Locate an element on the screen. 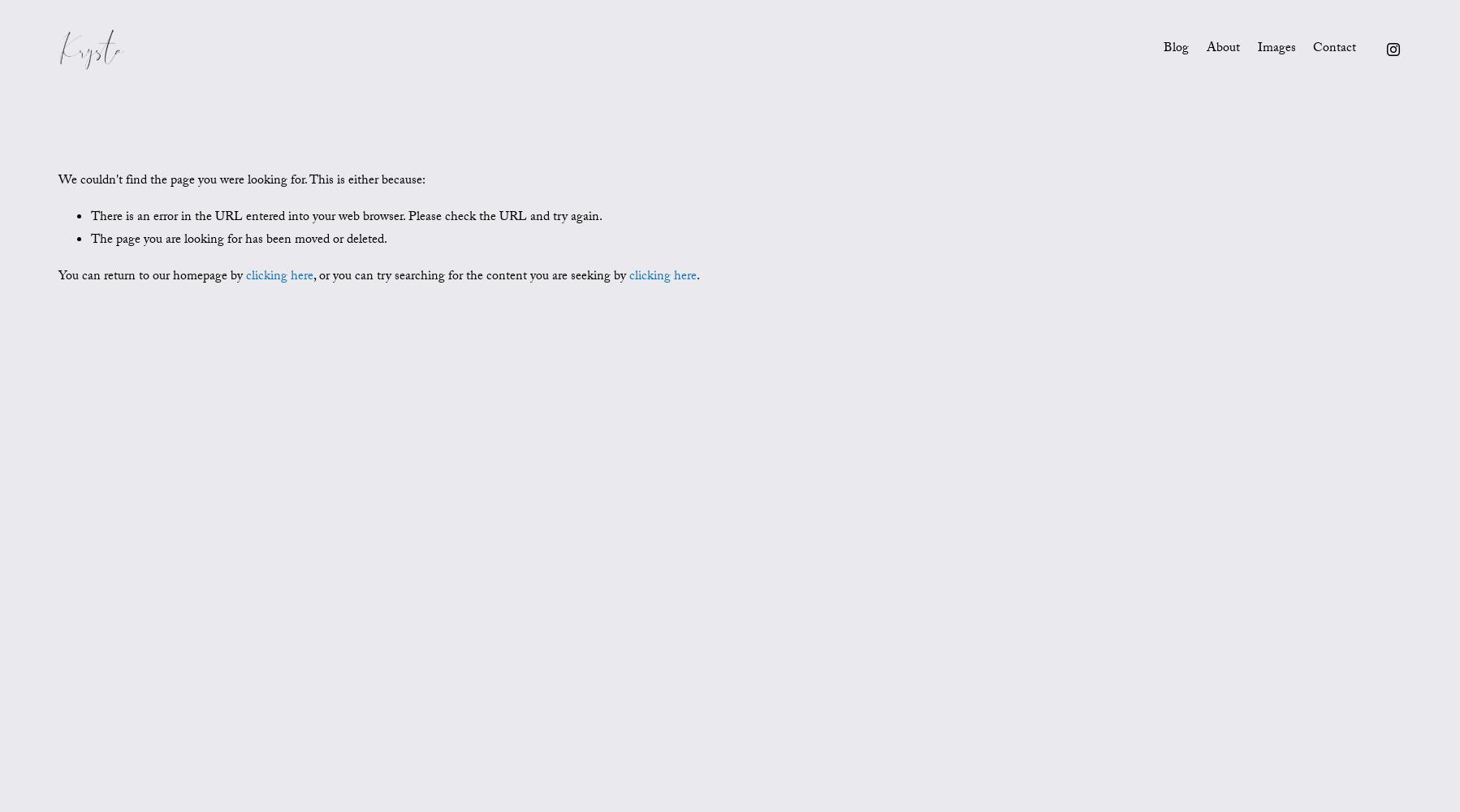 This screenshot has width=1460, height=812. 'About' is located at coordinates (1222, 48).